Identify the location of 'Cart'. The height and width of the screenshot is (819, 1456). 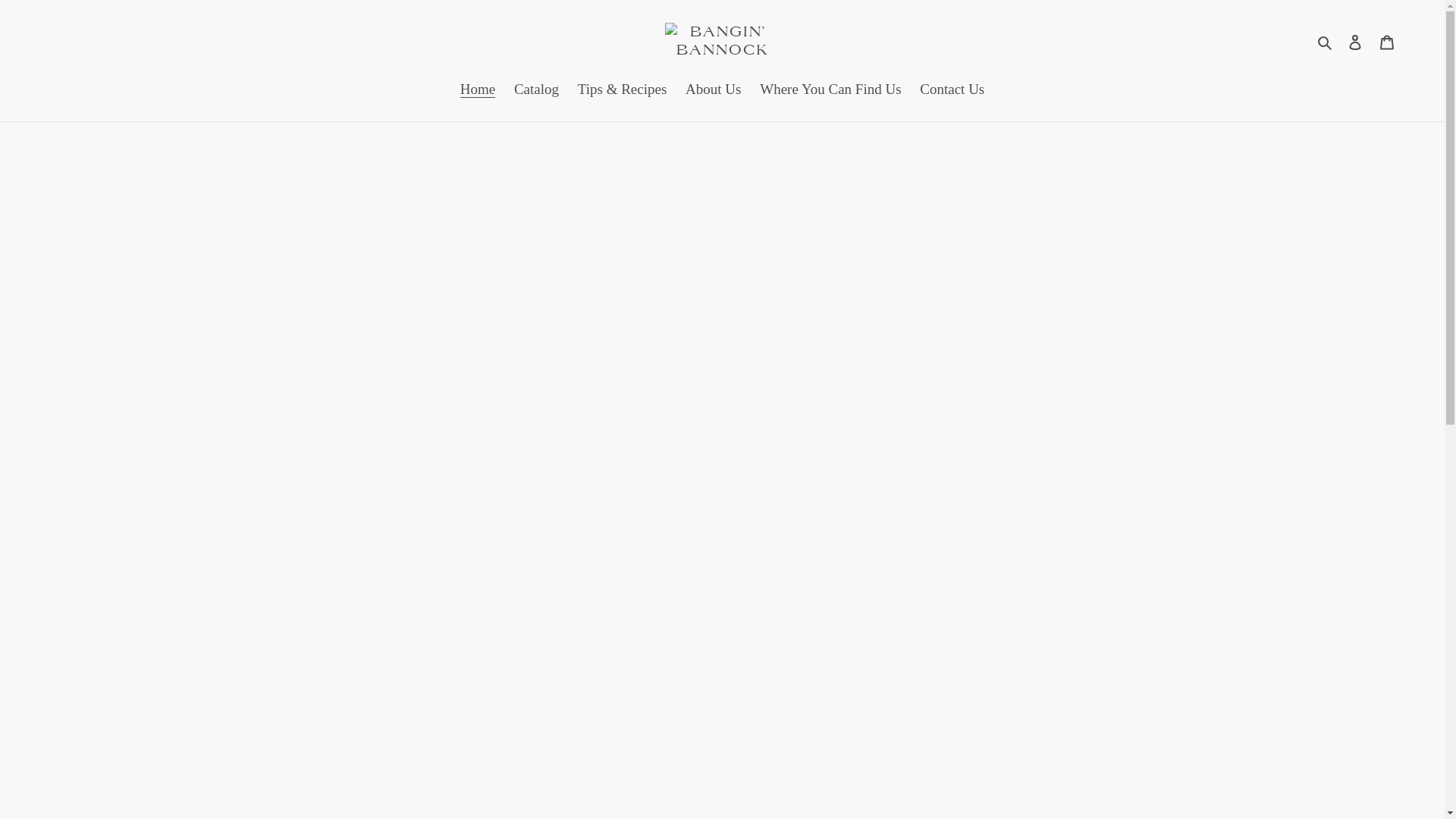
(1386, 40).